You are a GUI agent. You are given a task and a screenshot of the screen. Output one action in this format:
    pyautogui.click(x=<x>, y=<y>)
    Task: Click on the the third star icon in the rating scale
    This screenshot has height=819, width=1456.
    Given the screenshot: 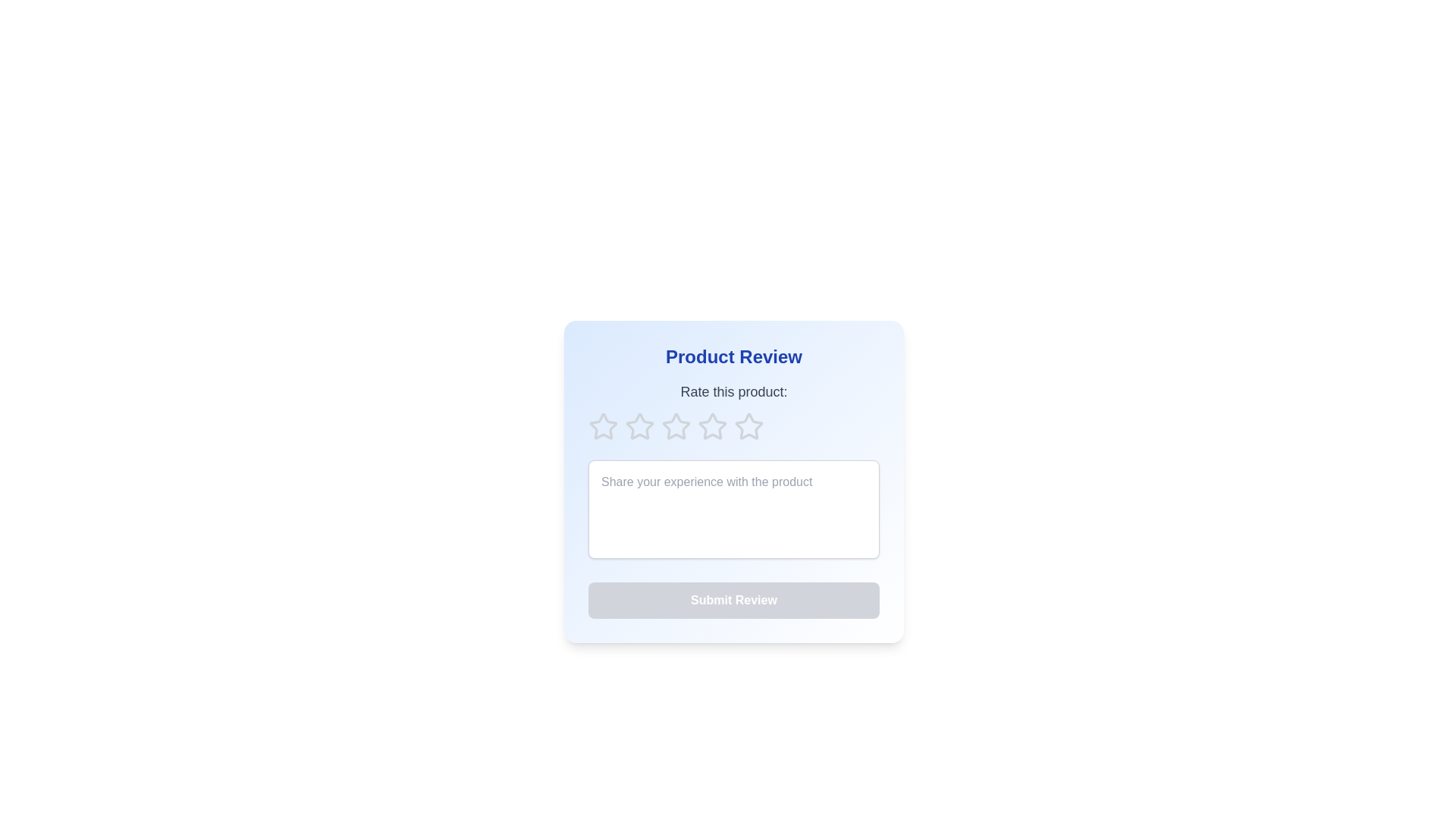 What is the action you would take?
    pyautogui.click(x=712, y=426)
    